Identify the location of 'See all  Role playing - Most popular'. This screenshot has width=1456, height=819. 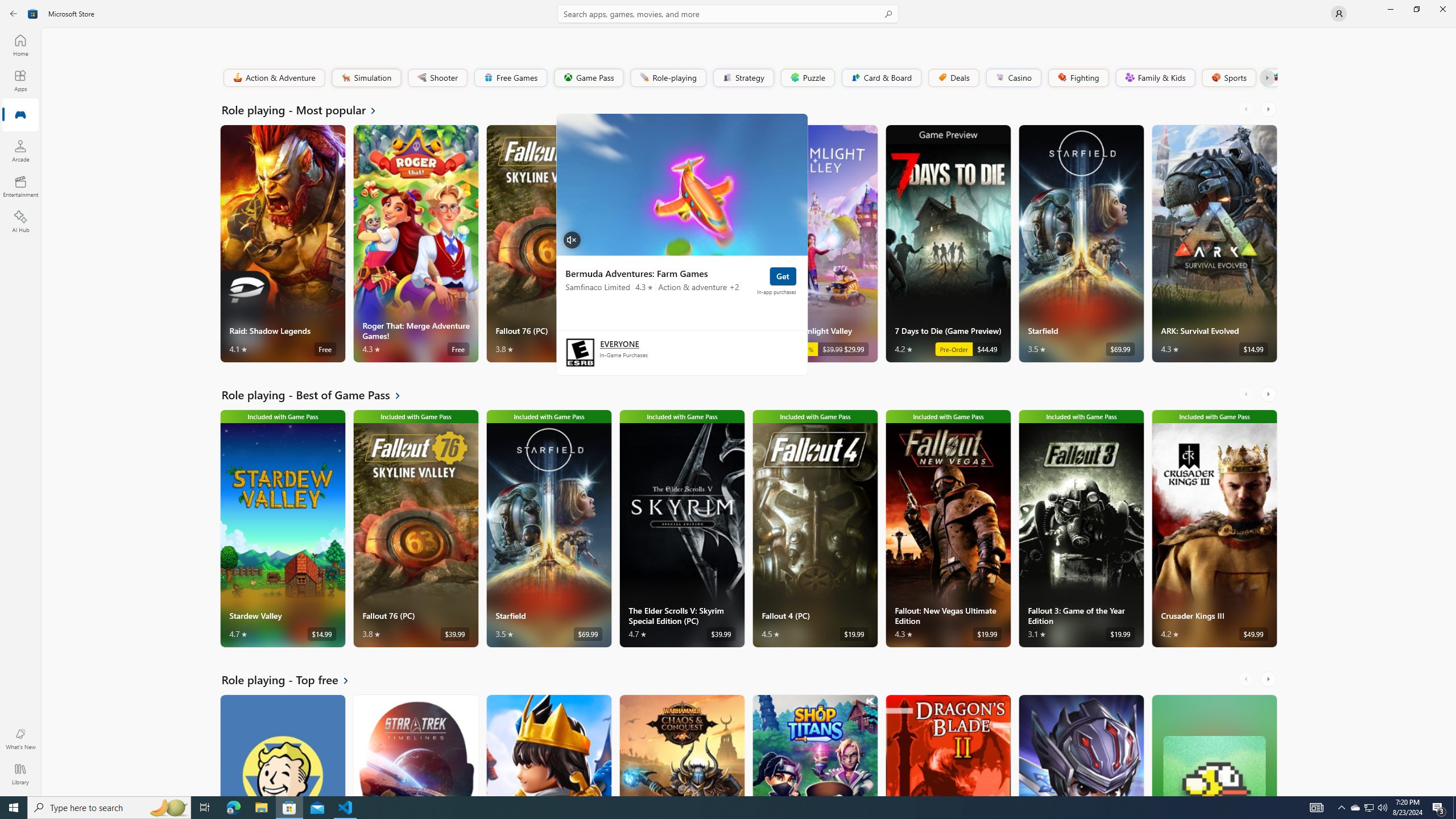
(305, 109).